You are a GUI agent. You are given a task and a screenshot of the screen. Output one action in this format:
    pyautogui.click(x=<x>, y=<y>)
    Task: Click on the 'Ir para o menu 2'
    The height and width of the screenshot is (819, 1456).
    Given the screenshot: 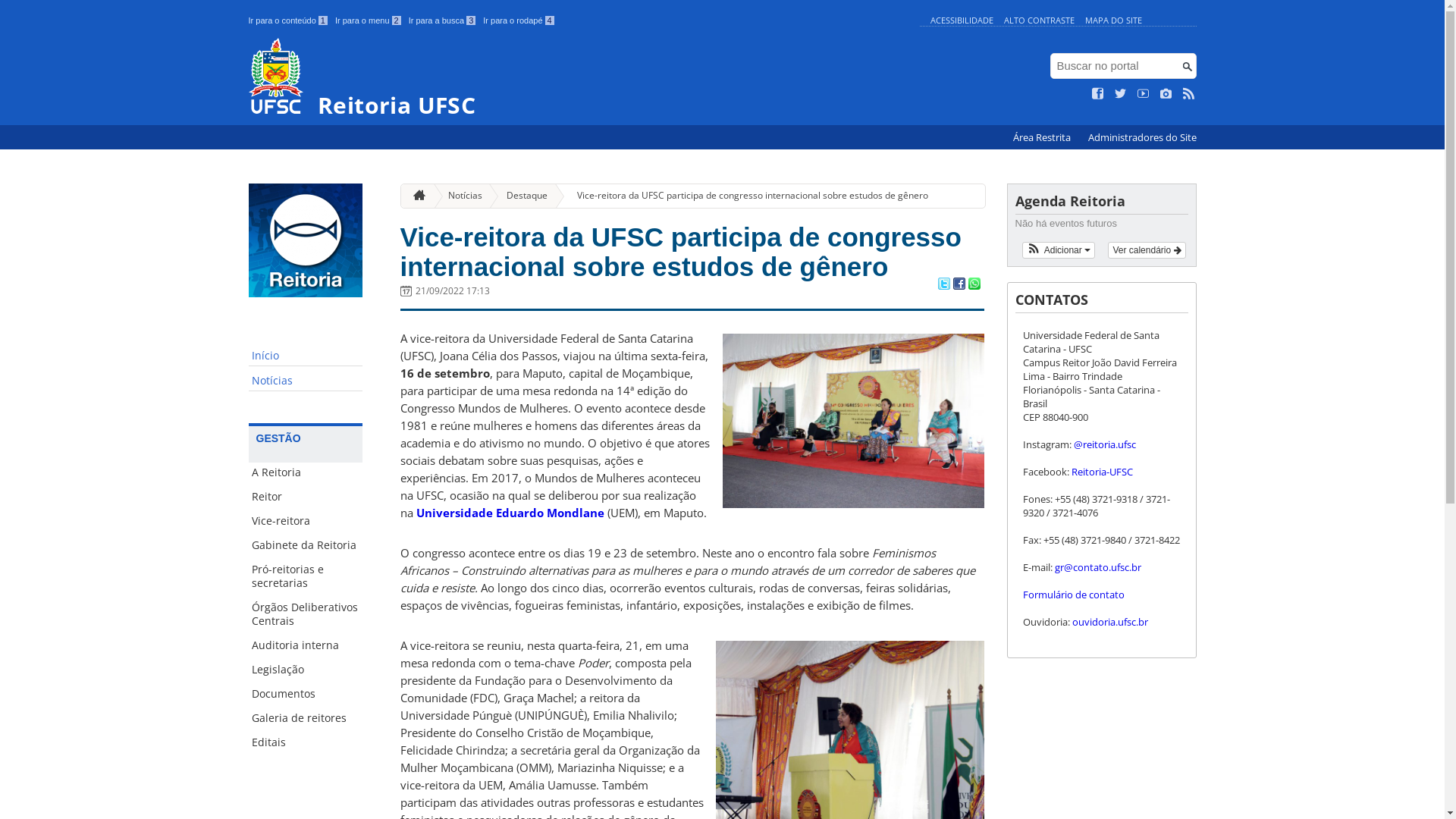 What is the action you would take?
    pyautogui.click(x=368, y=20)
    